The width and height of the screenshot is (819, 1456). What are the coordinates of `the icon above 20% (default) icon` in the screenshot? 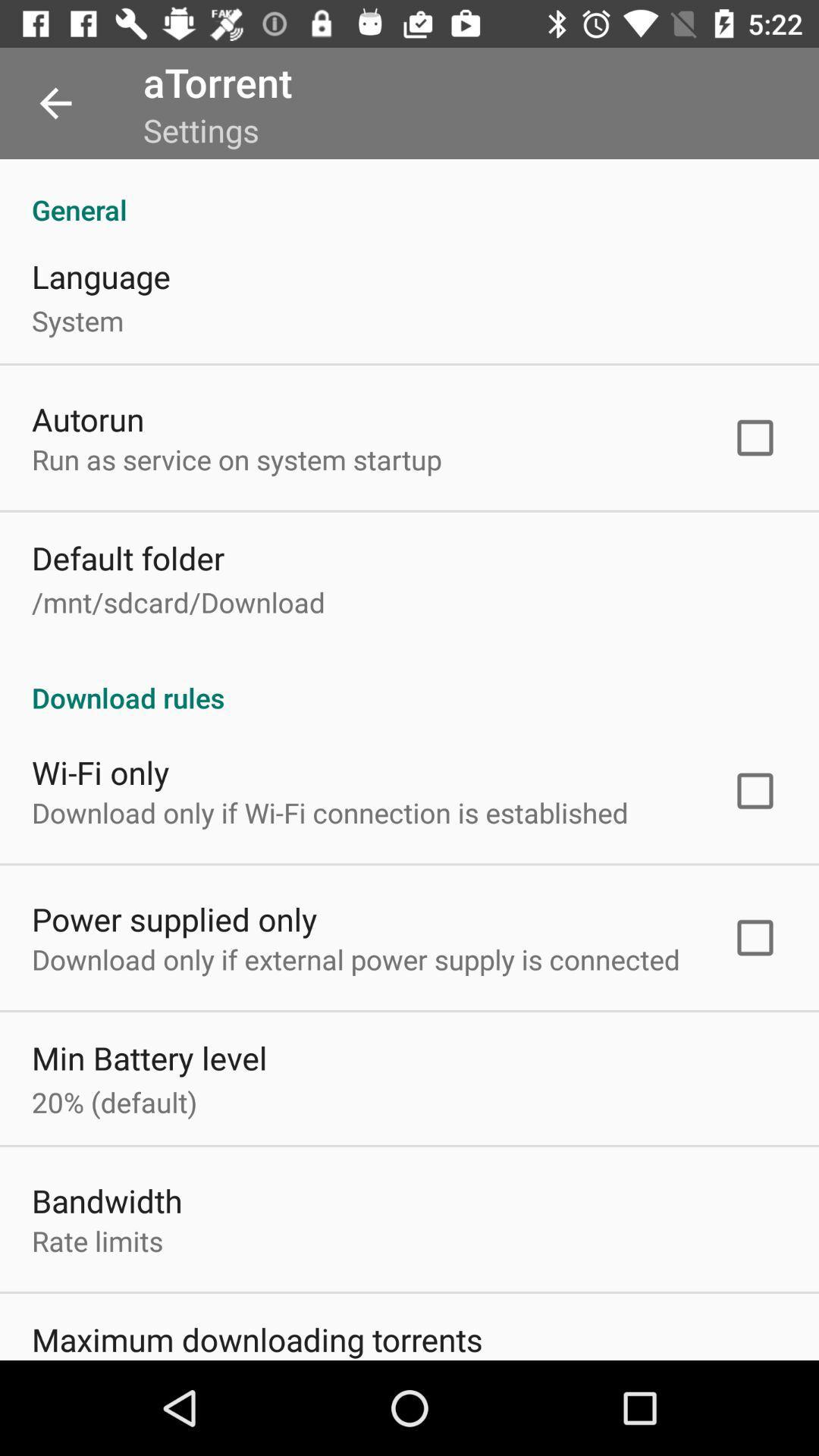 It's located at (149, 1057).